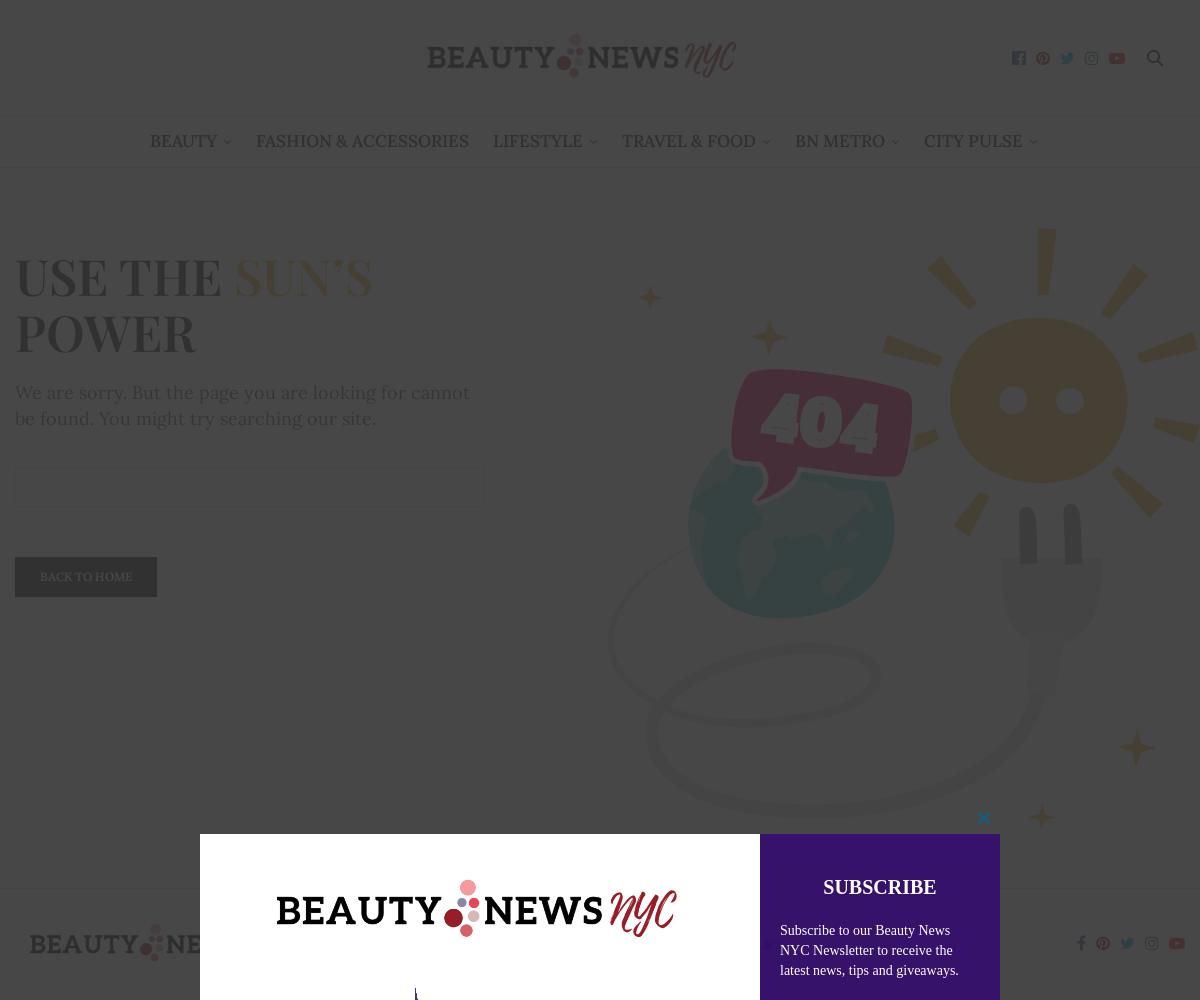 The width and height of the screenshot is (1200, 1000). Describe the element at coordinates (689, 141) in the screenshot. I see `'Travel & Food'` at that location.